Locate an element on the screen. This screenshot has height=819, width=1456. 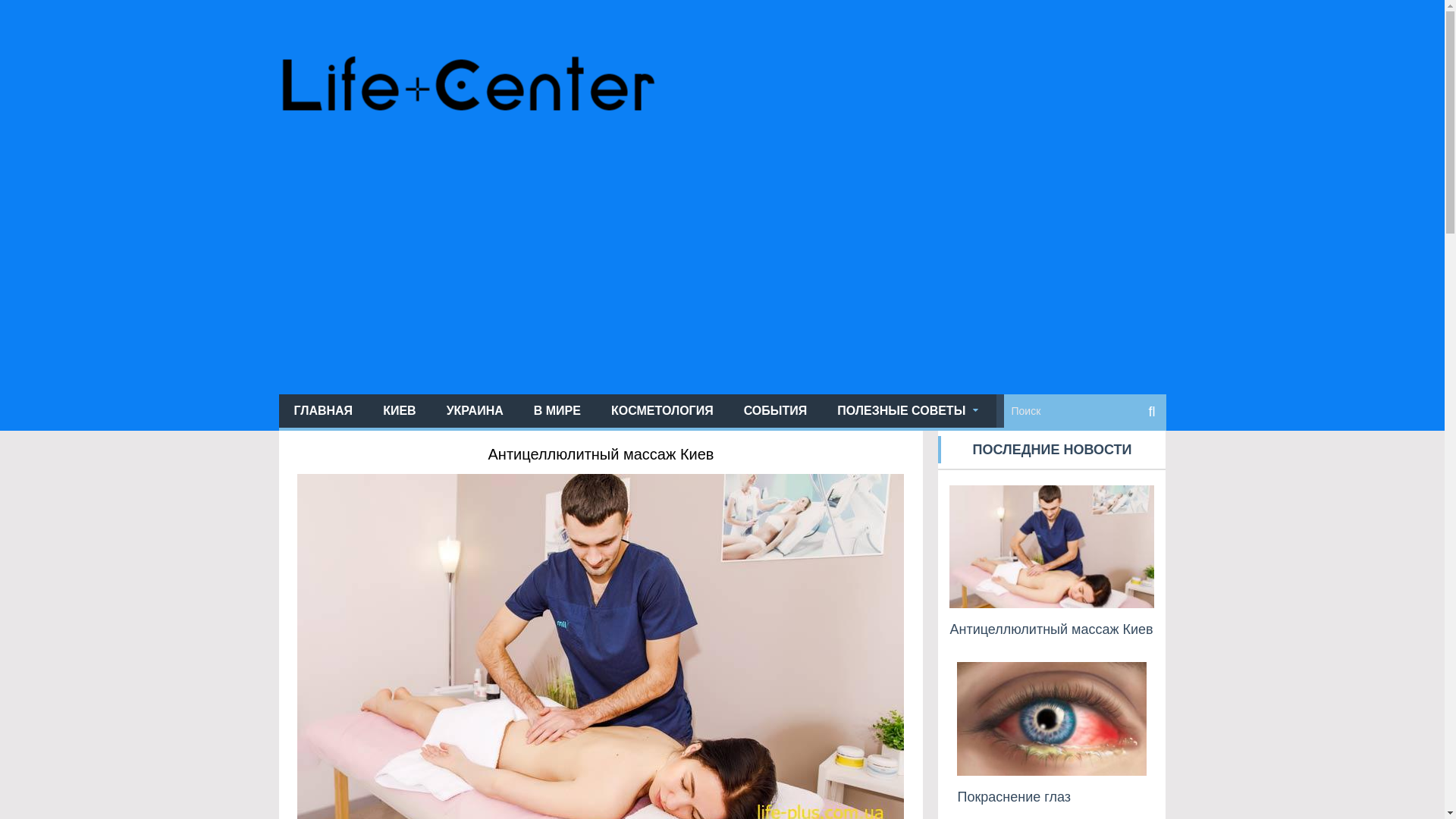
'Advertisement' is located at coordinates (720, 271).